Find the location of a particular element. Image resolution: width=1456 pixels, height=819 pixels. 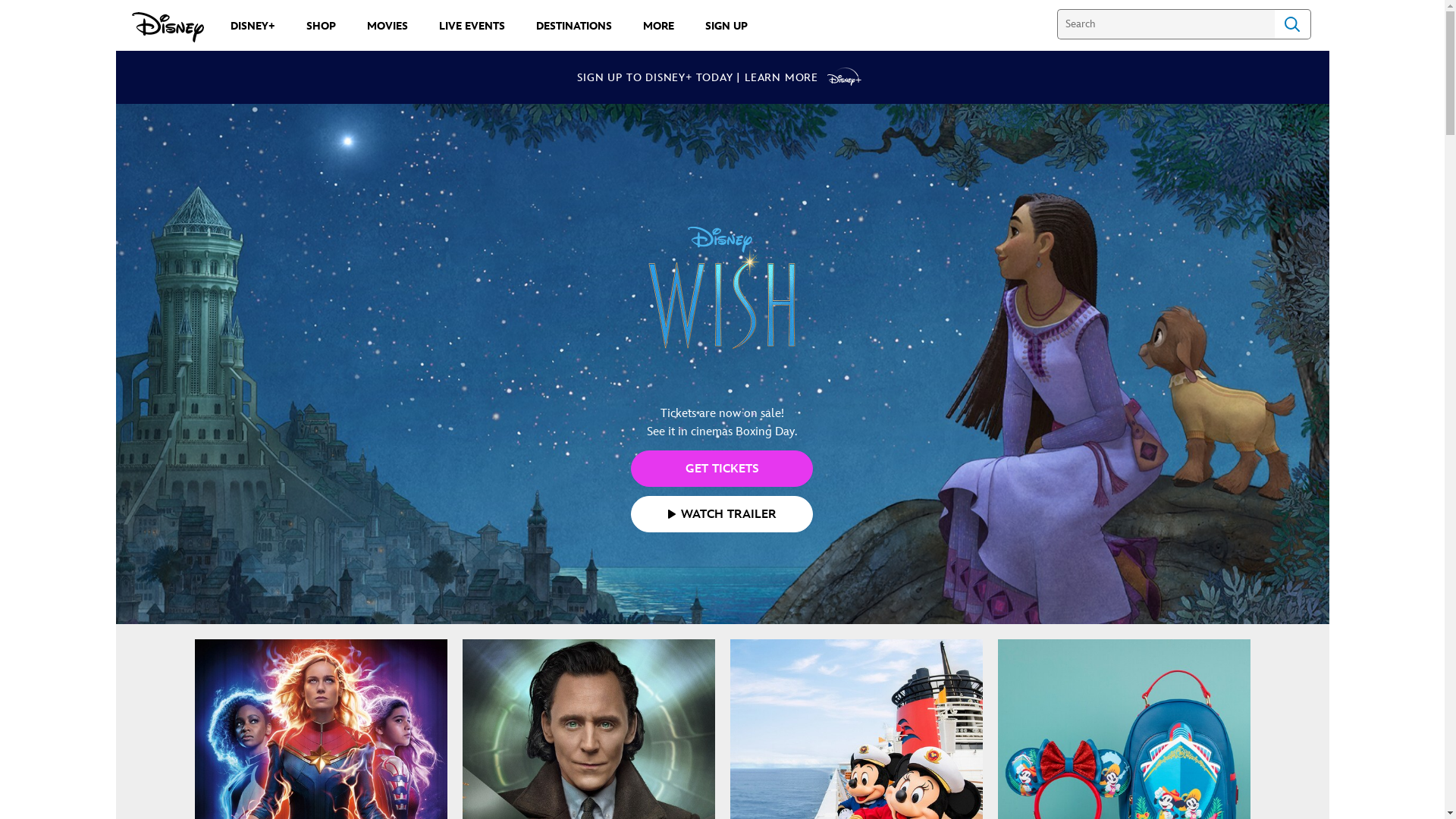

'GET TICKETS' is located at coordinates (630, 467).